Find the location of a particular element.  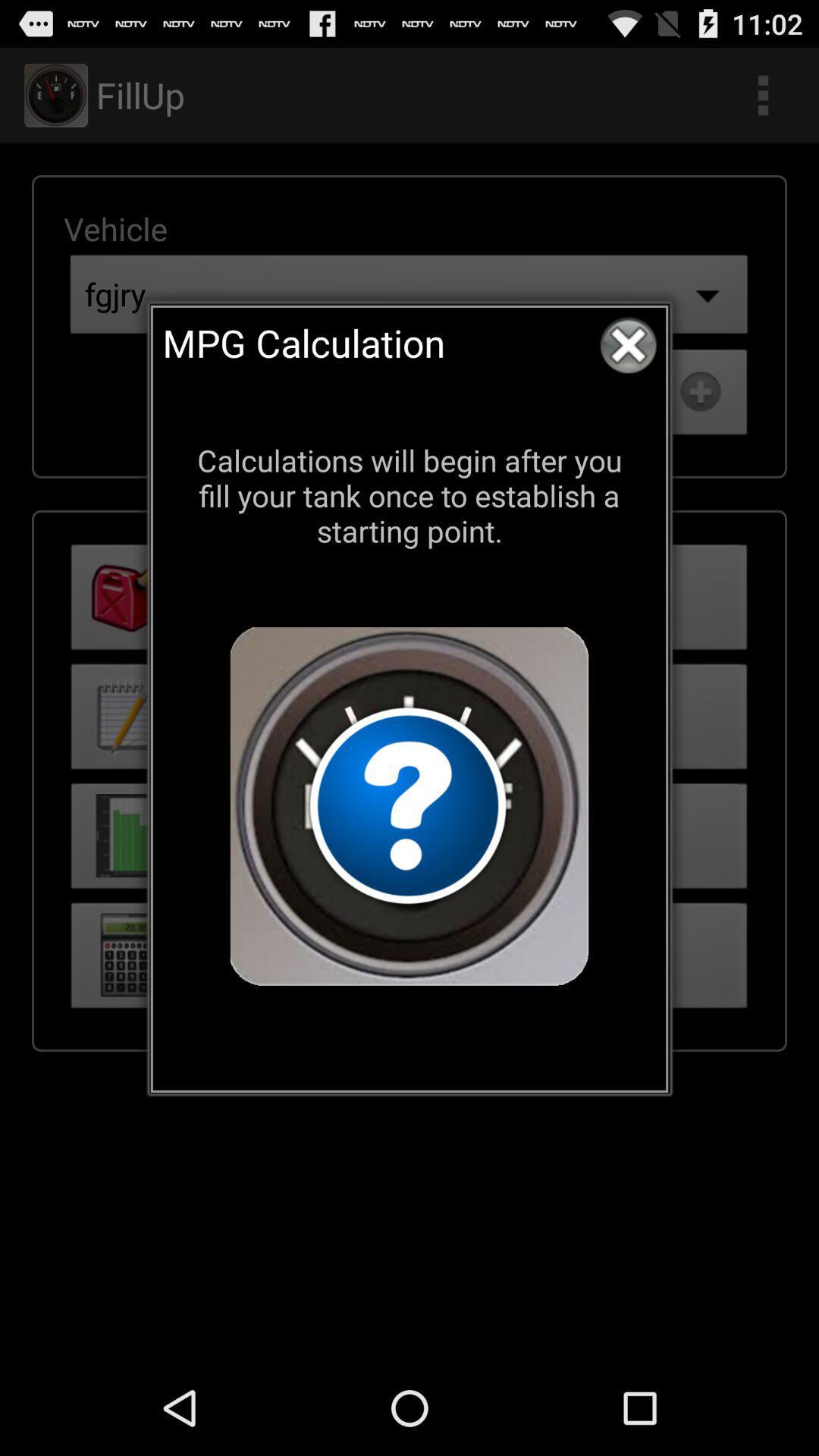

icon to the right of the mpg calculation icon is located at coordinates (628, 344).